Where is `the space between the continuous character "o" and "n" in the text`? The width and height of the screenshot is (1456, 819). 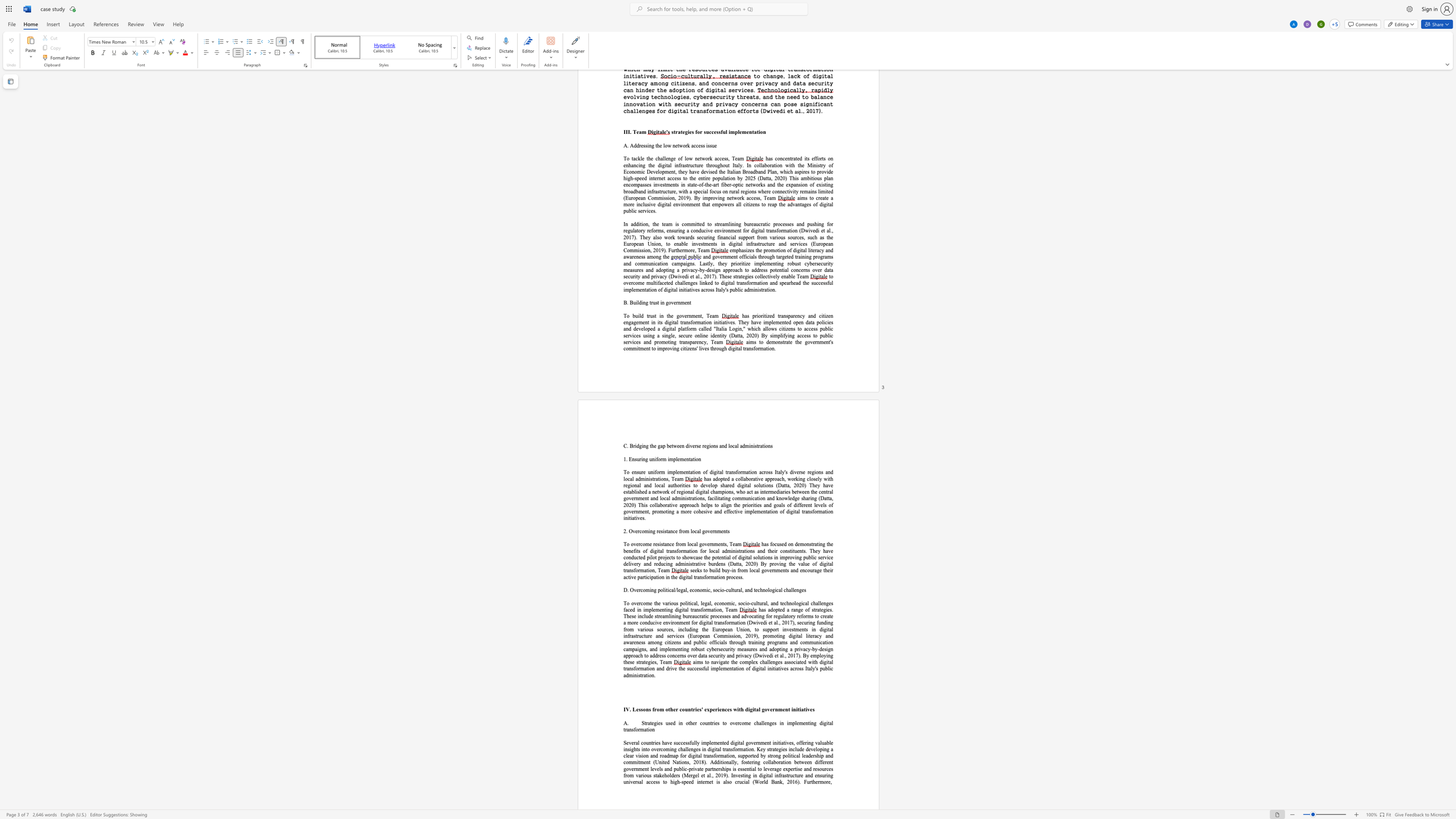 the space between the continuous character "o" and "n" in the text is located at coordinates (645, 755).